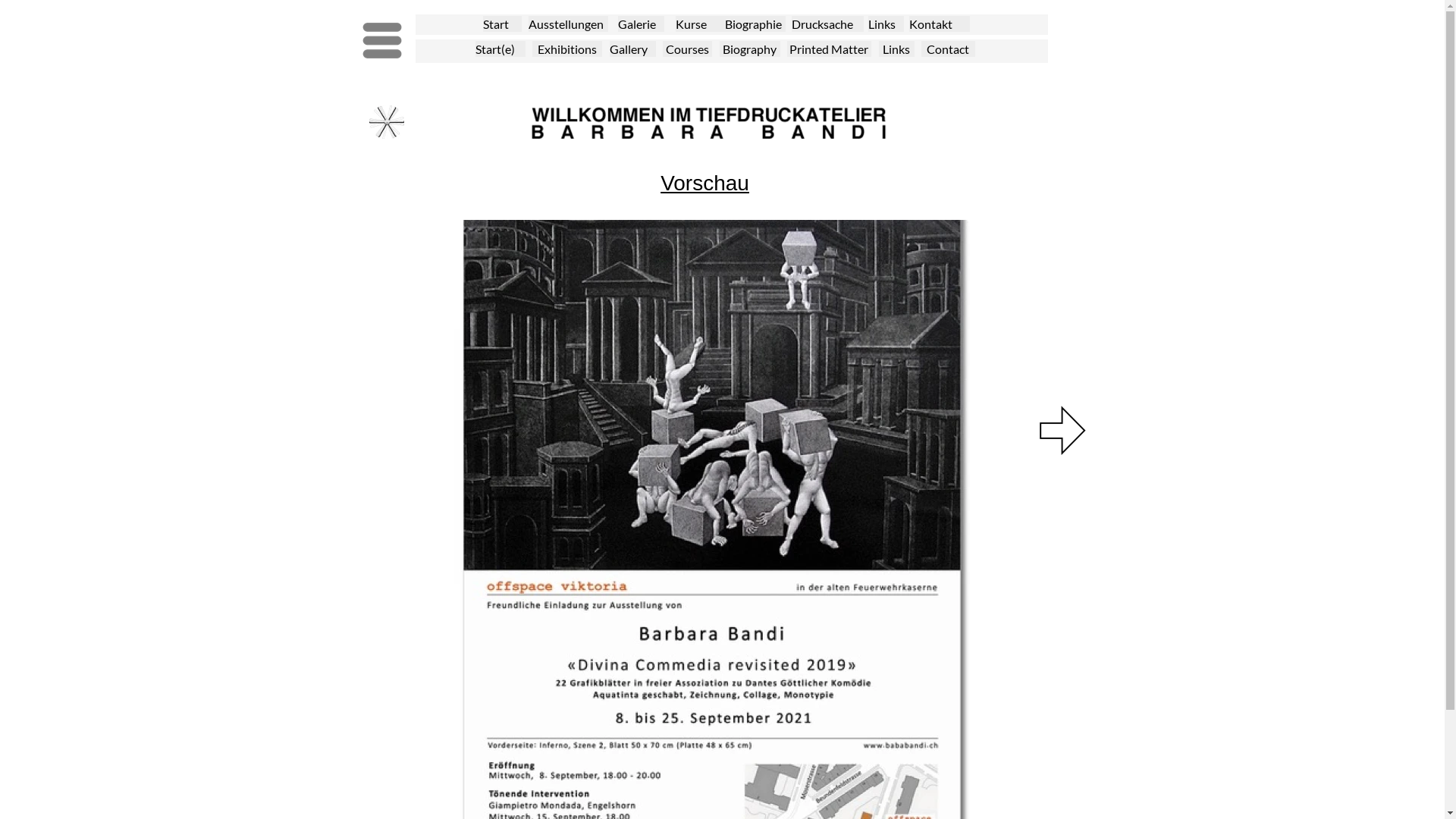  What do you see at coordinates (499, 49) in the screenshot?
I see `'Start(e)'` at bounding box center [499, 49].